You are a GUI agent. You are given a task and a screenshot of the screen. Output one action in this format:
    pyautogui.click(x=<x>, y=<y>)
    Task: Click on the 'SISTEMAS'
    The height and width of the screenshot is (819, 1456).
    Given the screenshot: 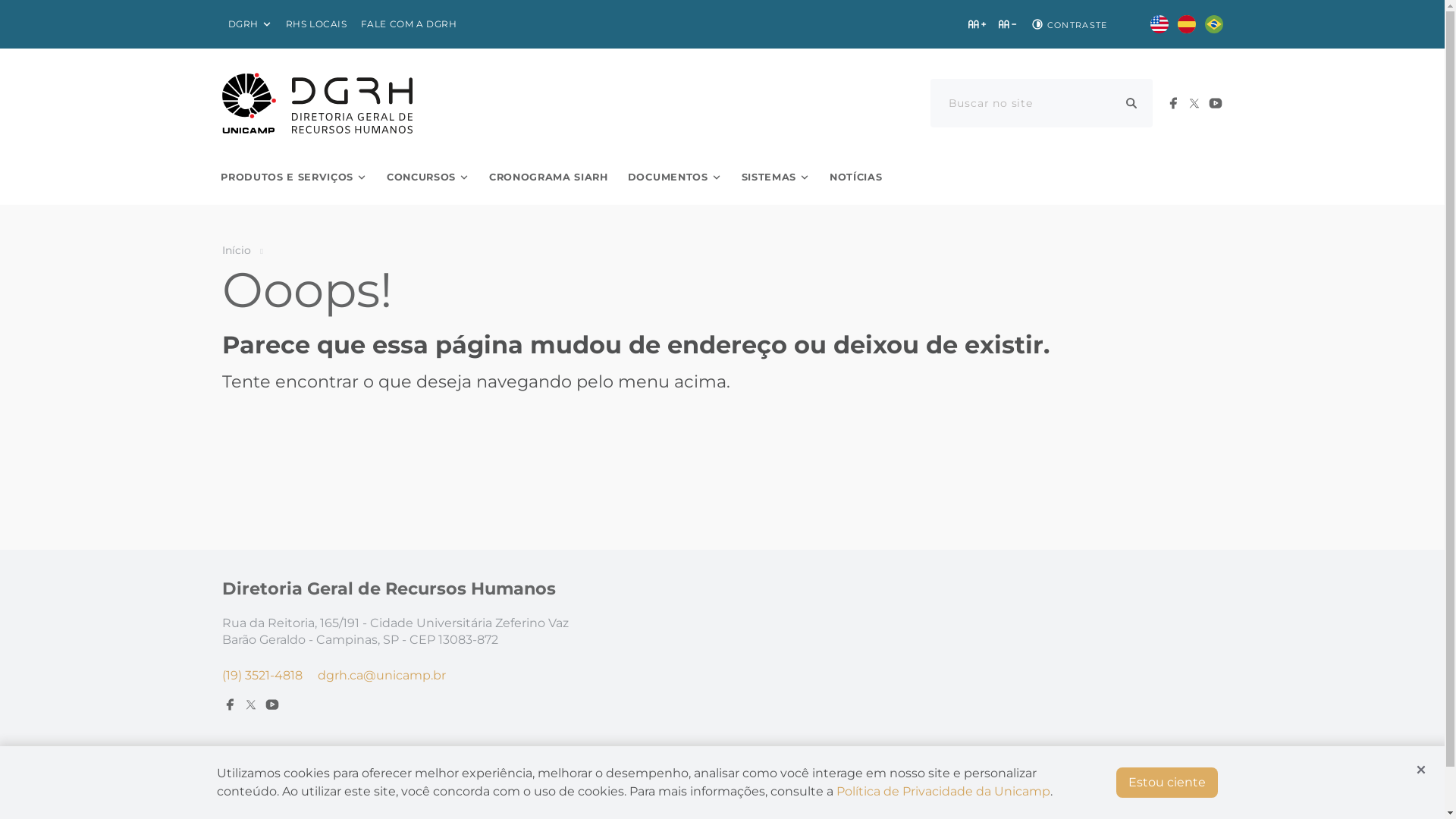 What is the action you would take?
    pyautogui.click(x=775, y=177)
    